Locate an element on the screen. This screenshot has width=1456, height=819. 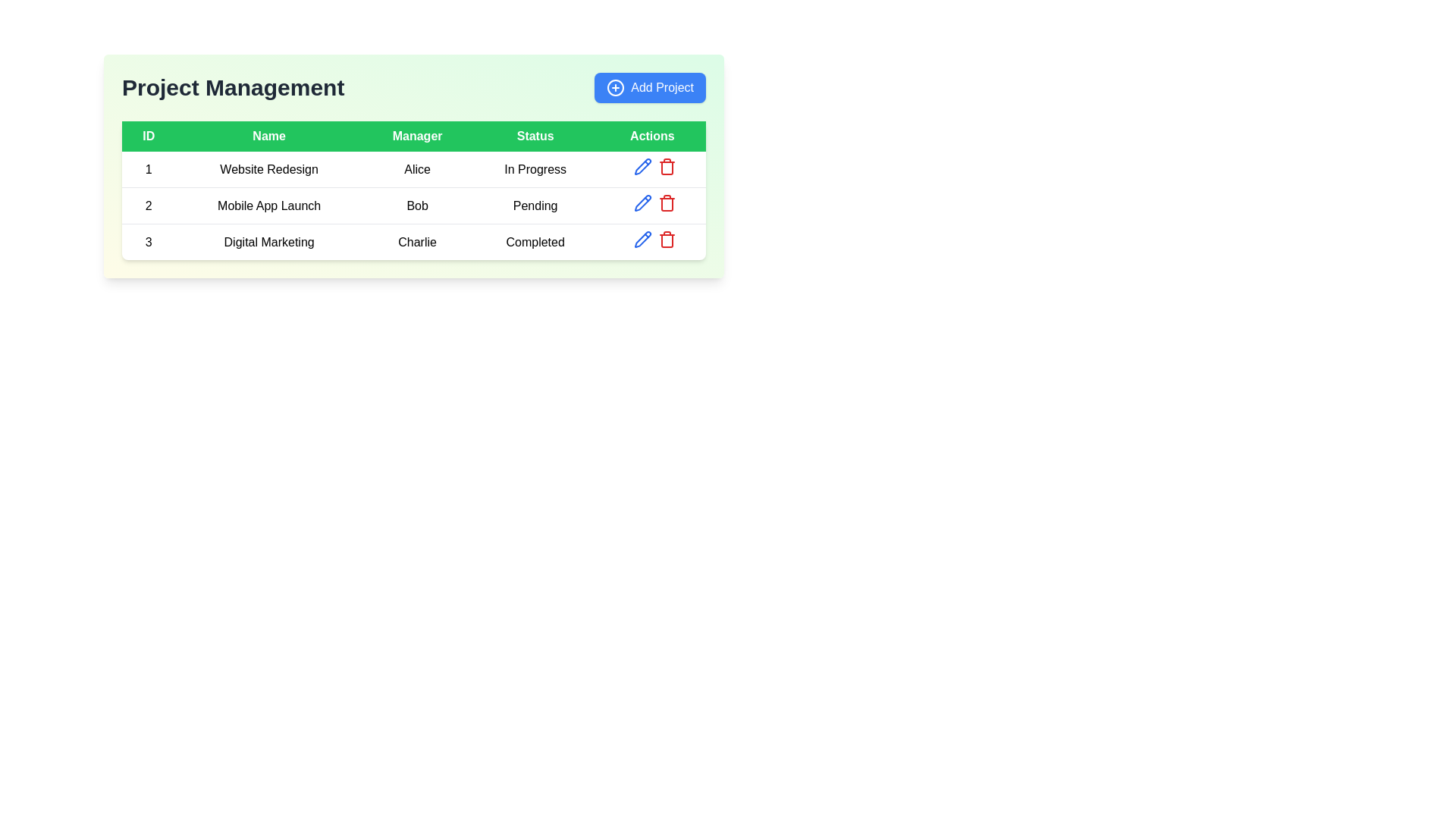
the trash can icon button in the Actions column of the third row is located at coordinates (667, 166).